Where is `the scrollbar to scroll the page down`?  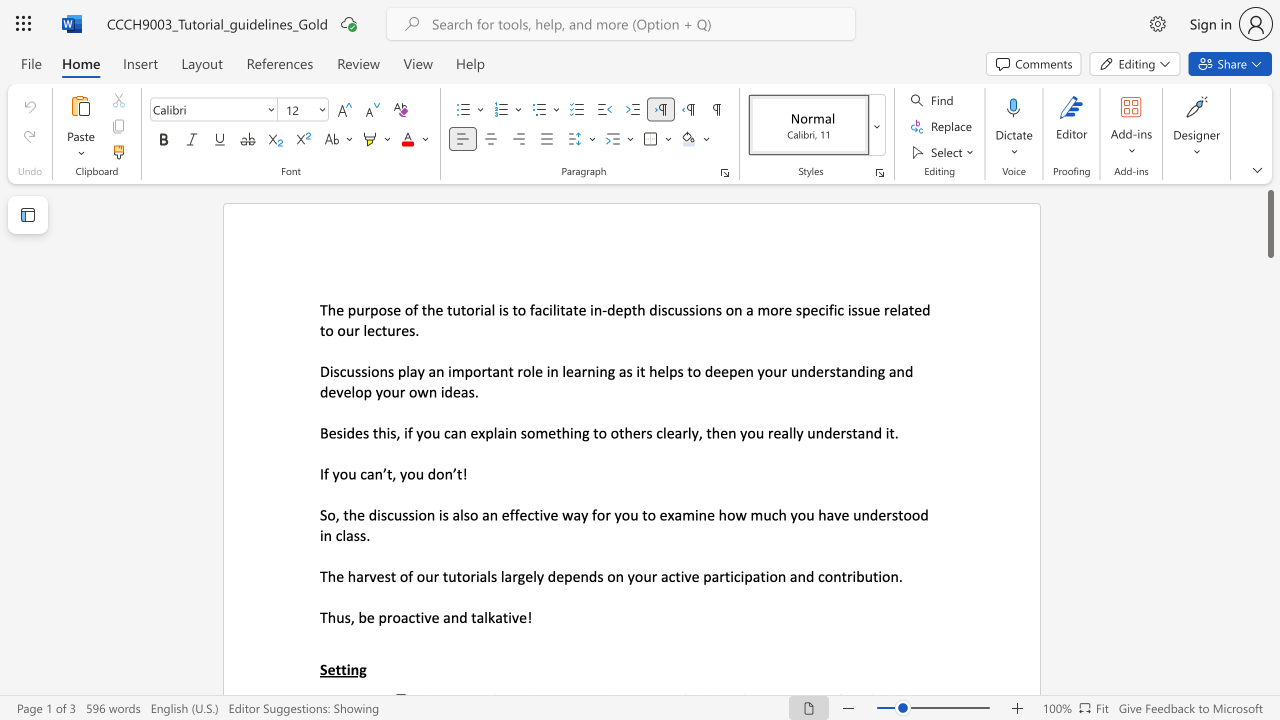 the scrollbar to scroll the page down is located at coordinates (1269, 508).